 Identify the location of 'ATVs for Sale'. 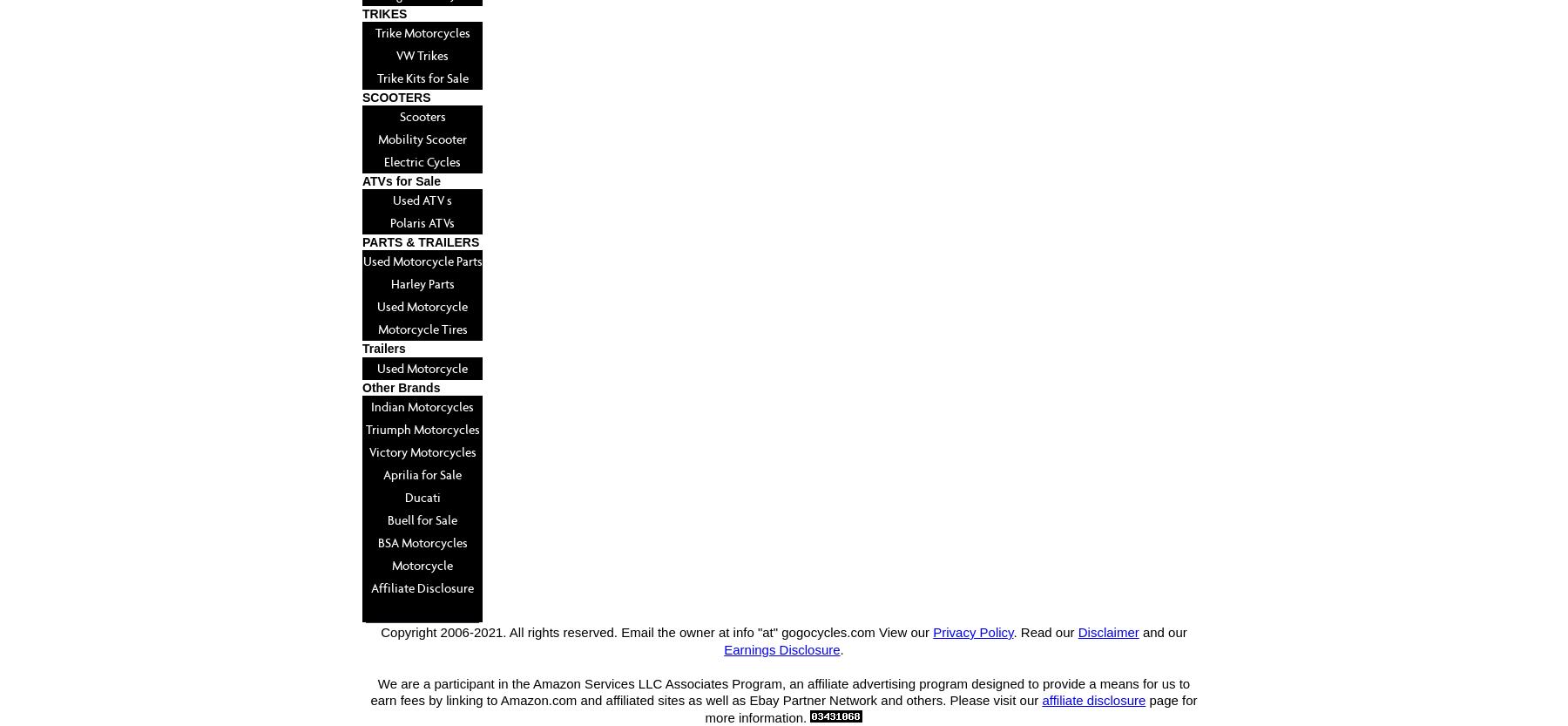
(400, 180).